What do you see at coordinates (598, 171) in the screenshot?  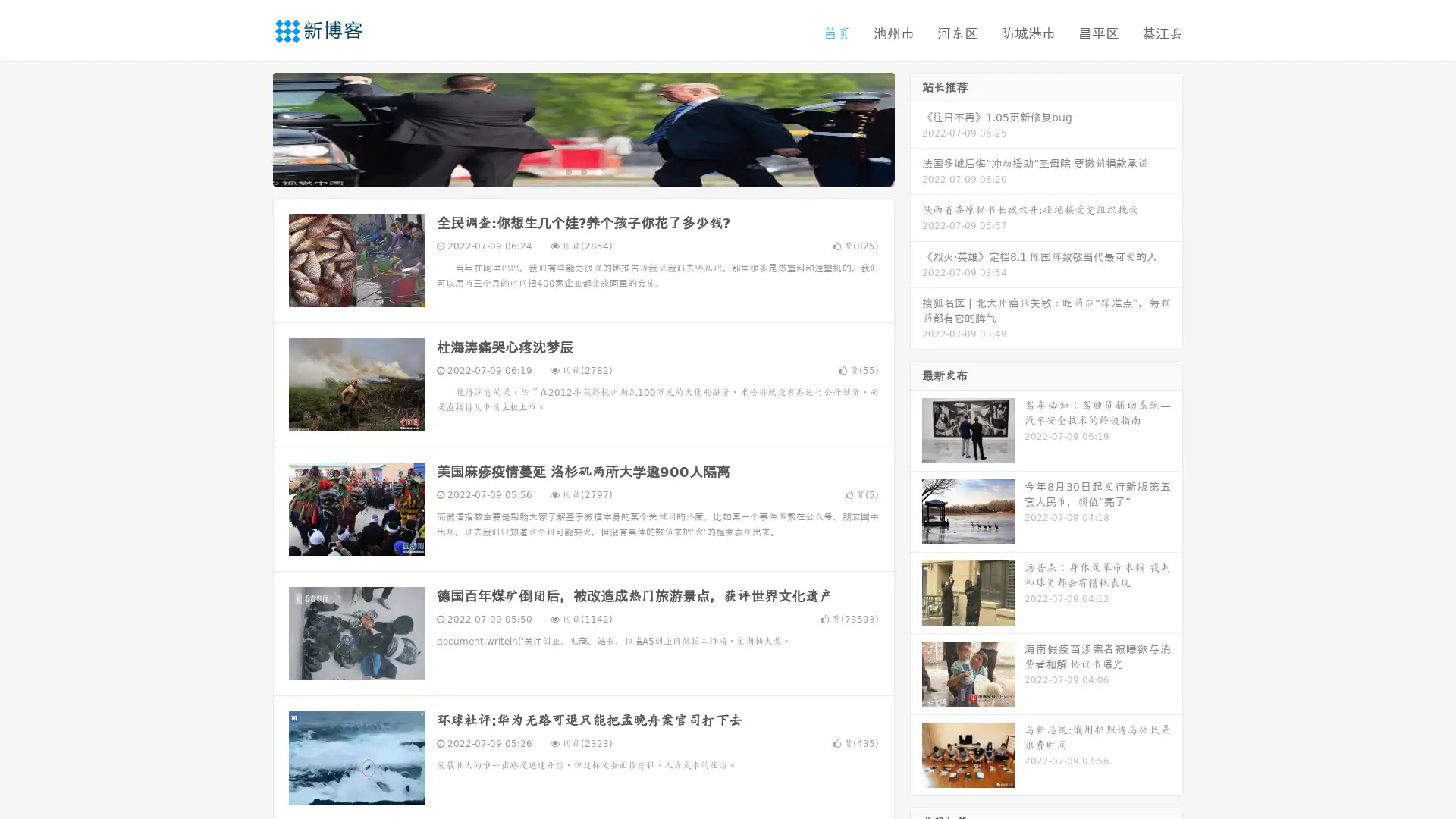 I see `Go to slide 3` at bounding box center [598, 171].